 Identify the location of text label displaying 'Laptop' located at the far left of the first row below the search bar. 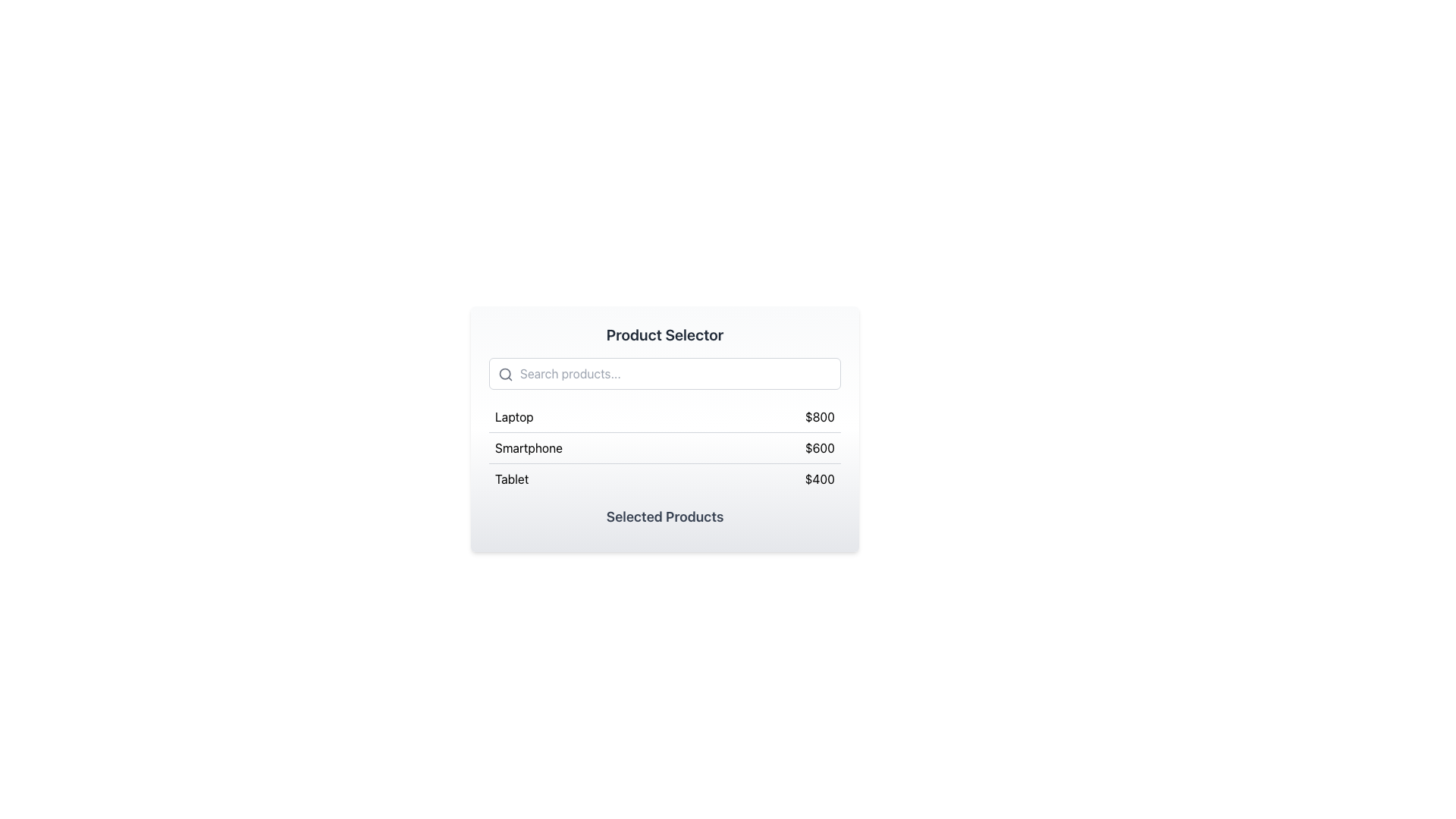
(514, 417).